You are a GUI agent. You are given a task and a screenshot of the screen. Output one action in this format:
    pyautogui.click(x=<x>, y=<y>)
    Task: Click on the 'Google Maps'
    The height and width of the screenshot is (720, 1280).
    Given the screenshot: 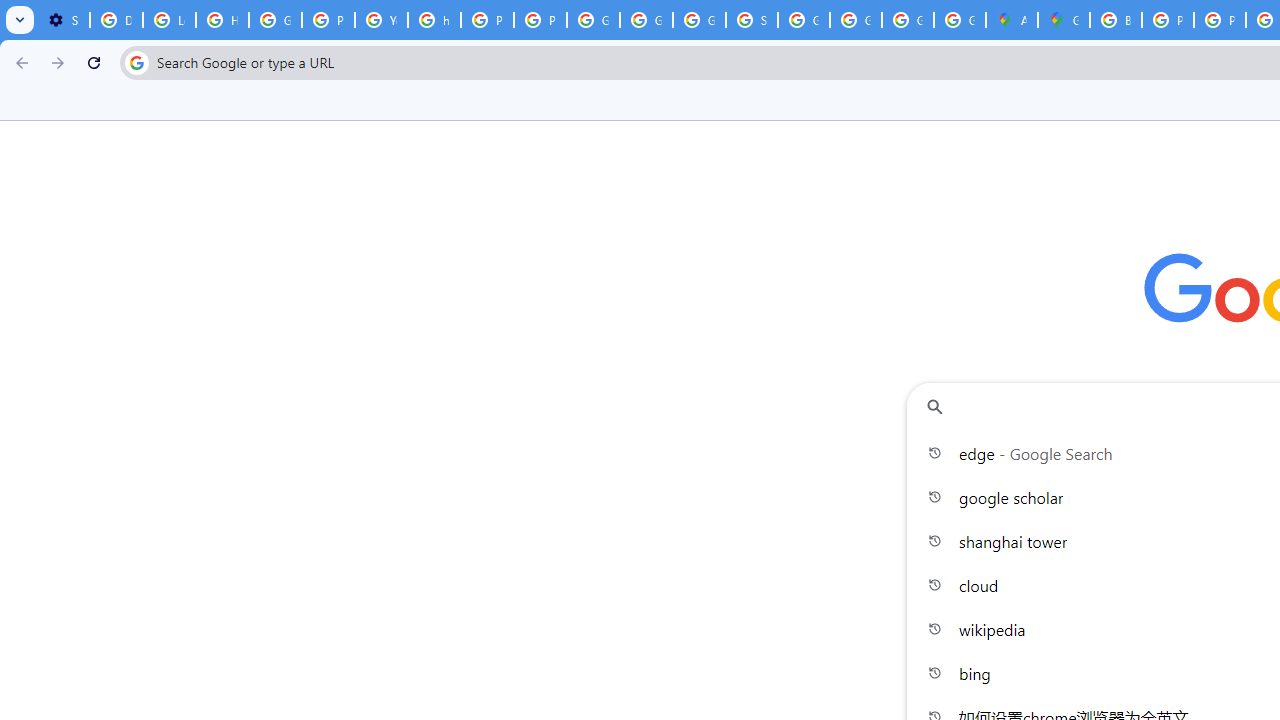 What is the action you would take?
    pyautogui.click(x=1063, y=20)
    